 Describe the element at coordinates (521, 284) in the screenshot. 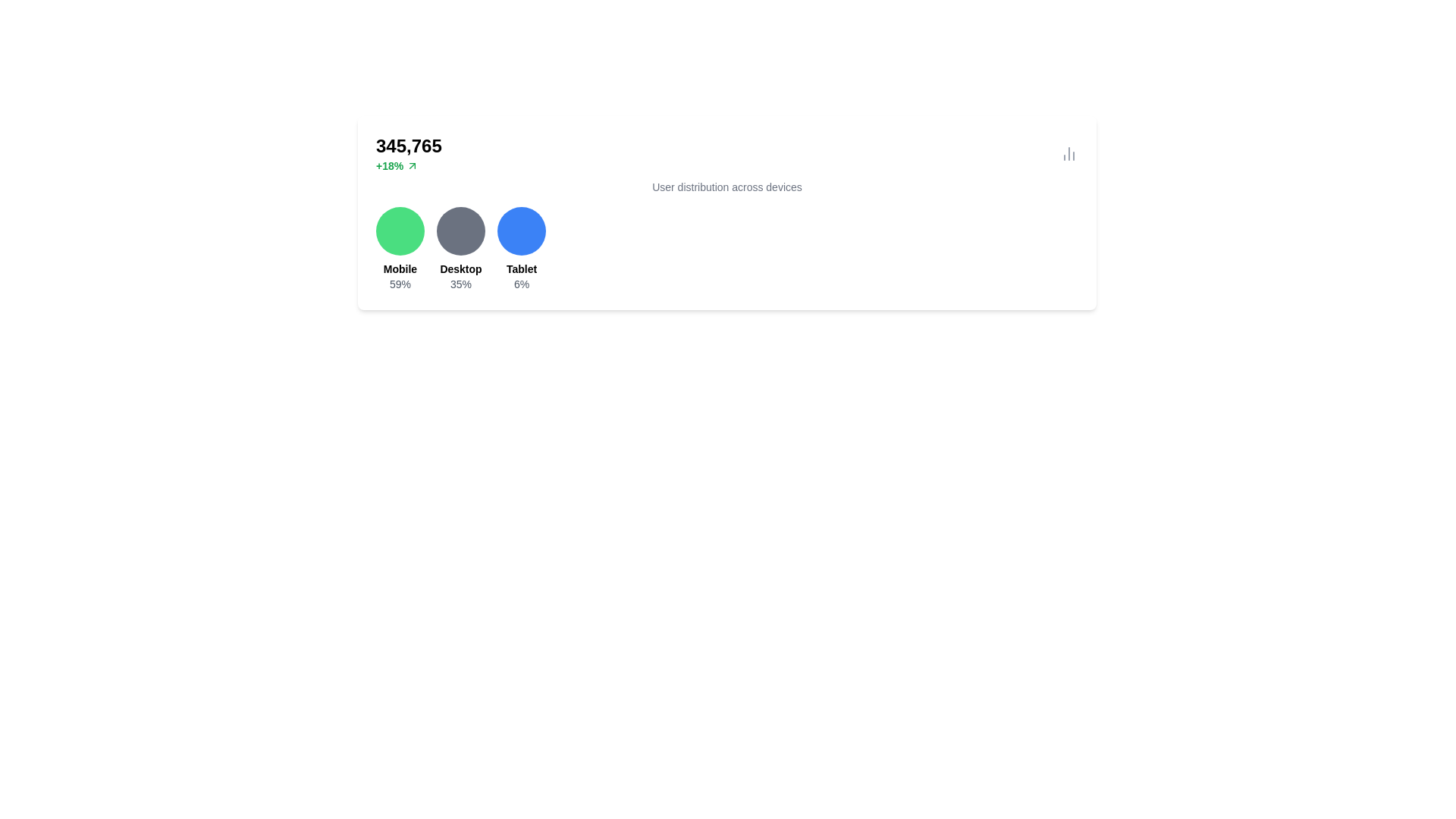

I see `the text label that displays the percentage of users accessing via tablets, which is located below the 'Tablet' label and aligned with the blue circular icon` at that location.